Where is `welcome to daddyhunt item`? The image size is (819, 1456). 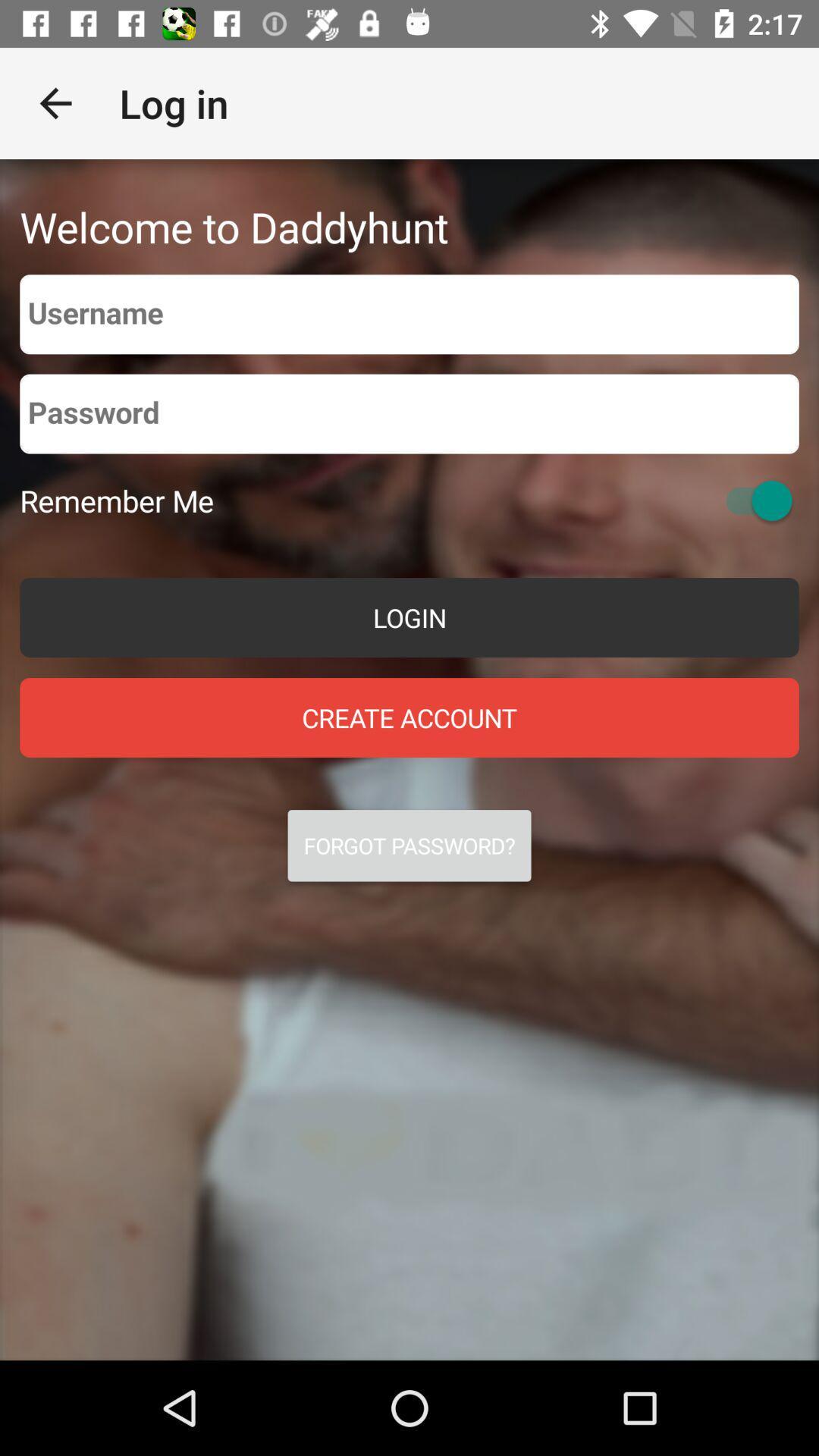
welcome to daddyhunt item is located at coordinates (234, 226).